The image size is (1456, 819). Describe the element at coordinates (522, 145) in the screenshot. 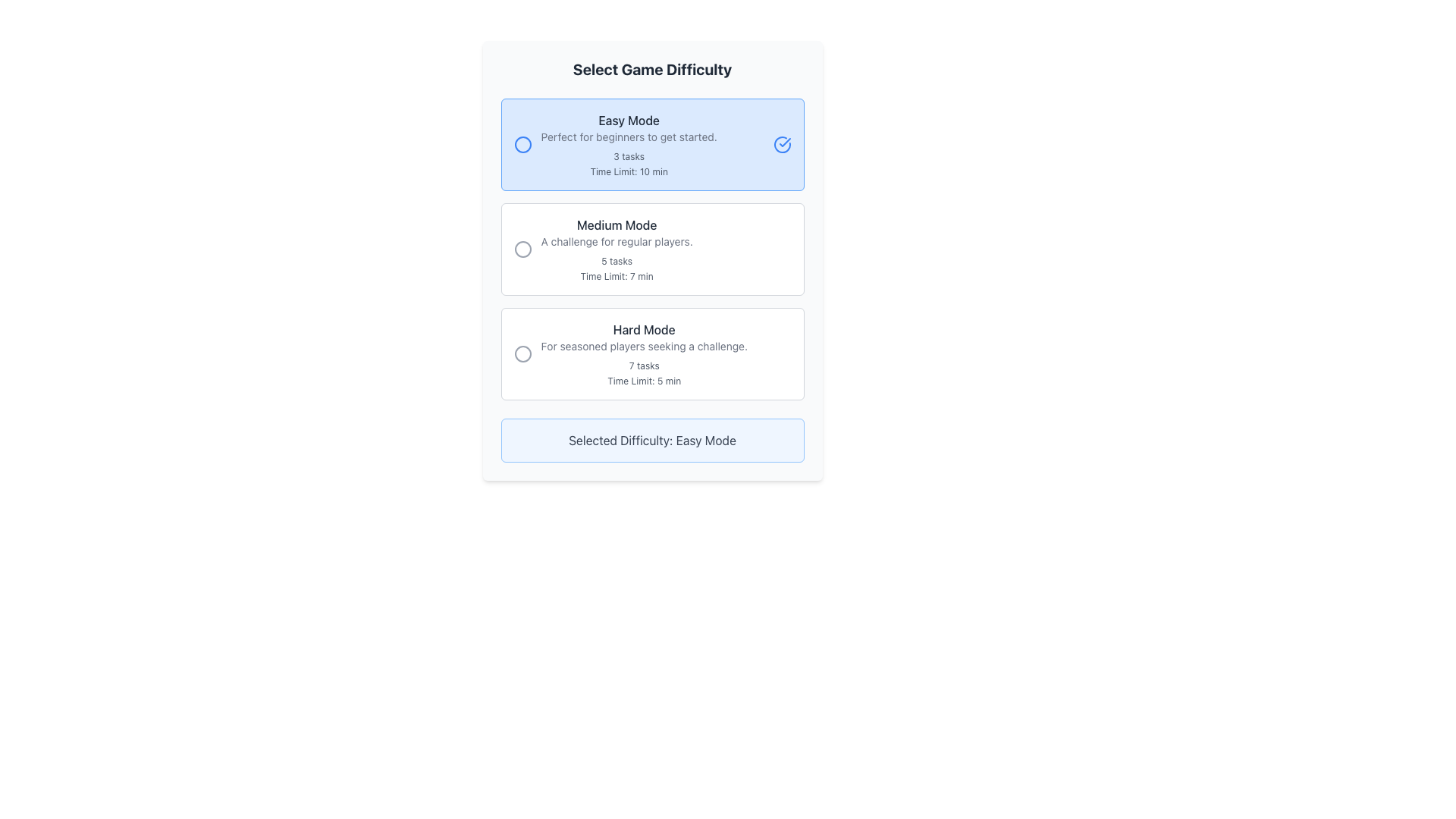

I see `the circular icon with a blue stroke and white fill located to the left of the 'Easy Mode' label` at that location.